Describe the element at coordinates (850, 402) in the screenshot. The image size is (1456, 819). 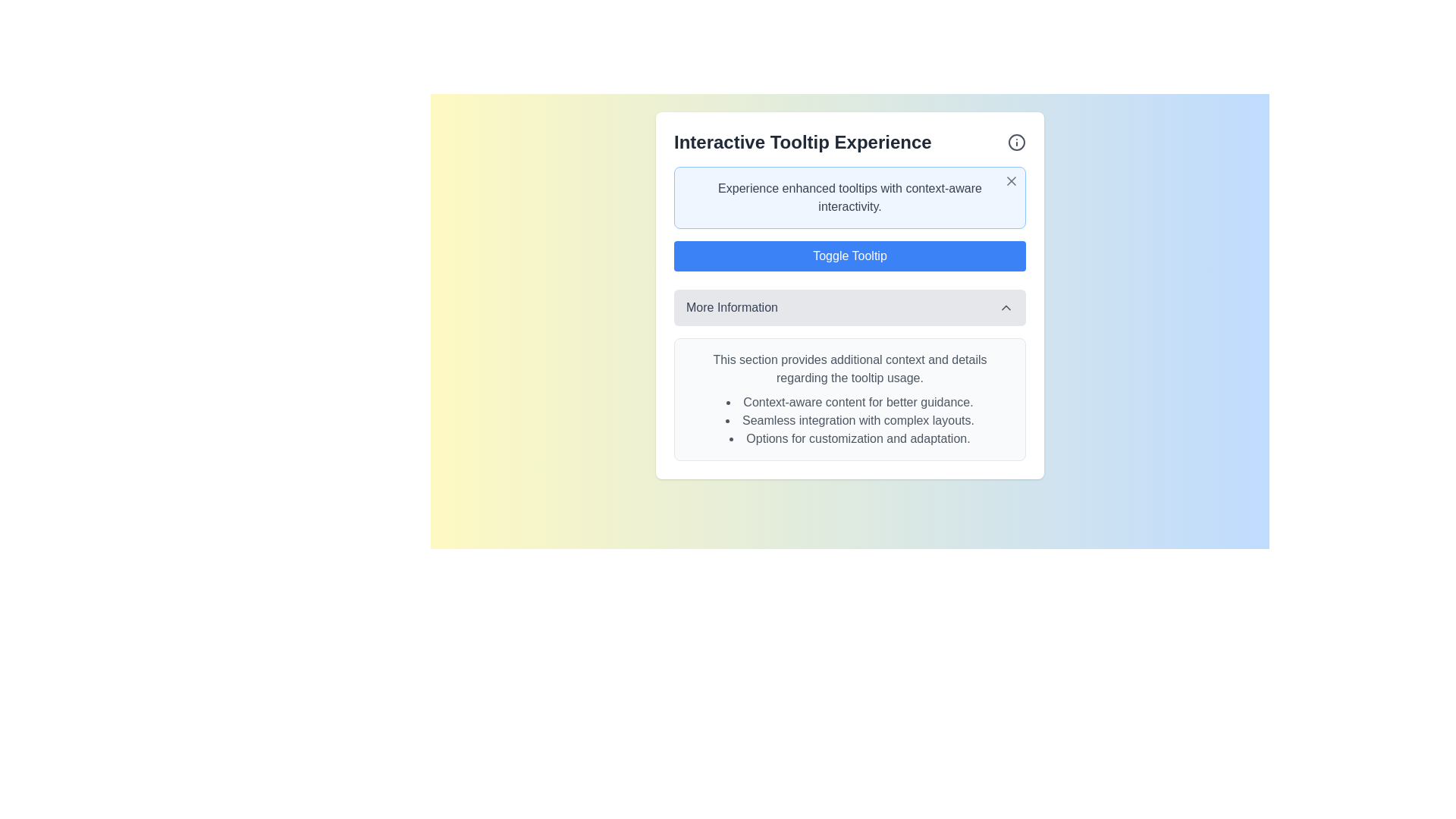
I see `the first list item reading 'Context-aware content for better guidance.' which is part of the 'More Information' section` at that location.